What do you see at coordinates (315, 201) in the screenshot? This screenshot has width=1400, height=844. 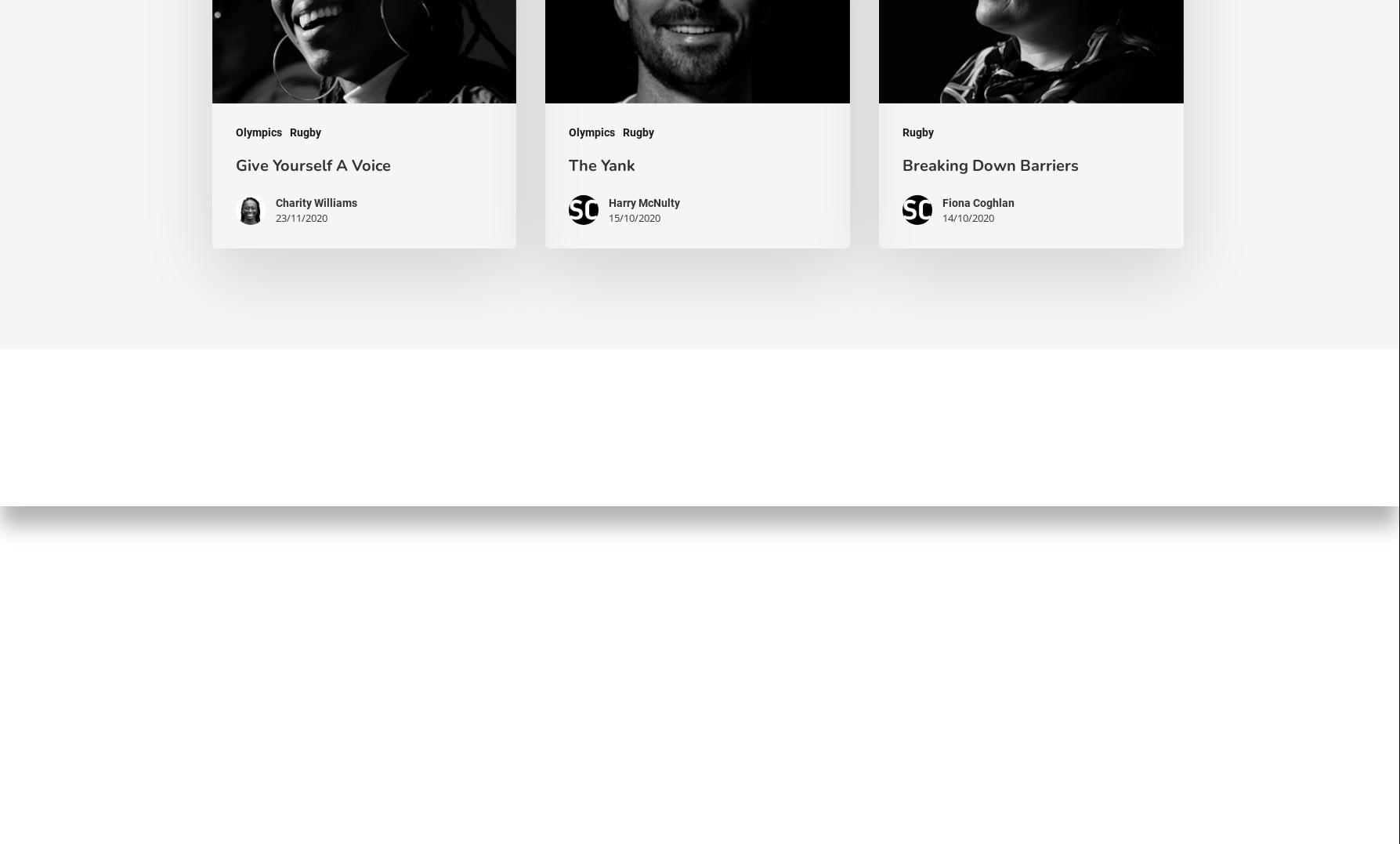 I see `'Charity Williams'` at bounding box center [315, 201].